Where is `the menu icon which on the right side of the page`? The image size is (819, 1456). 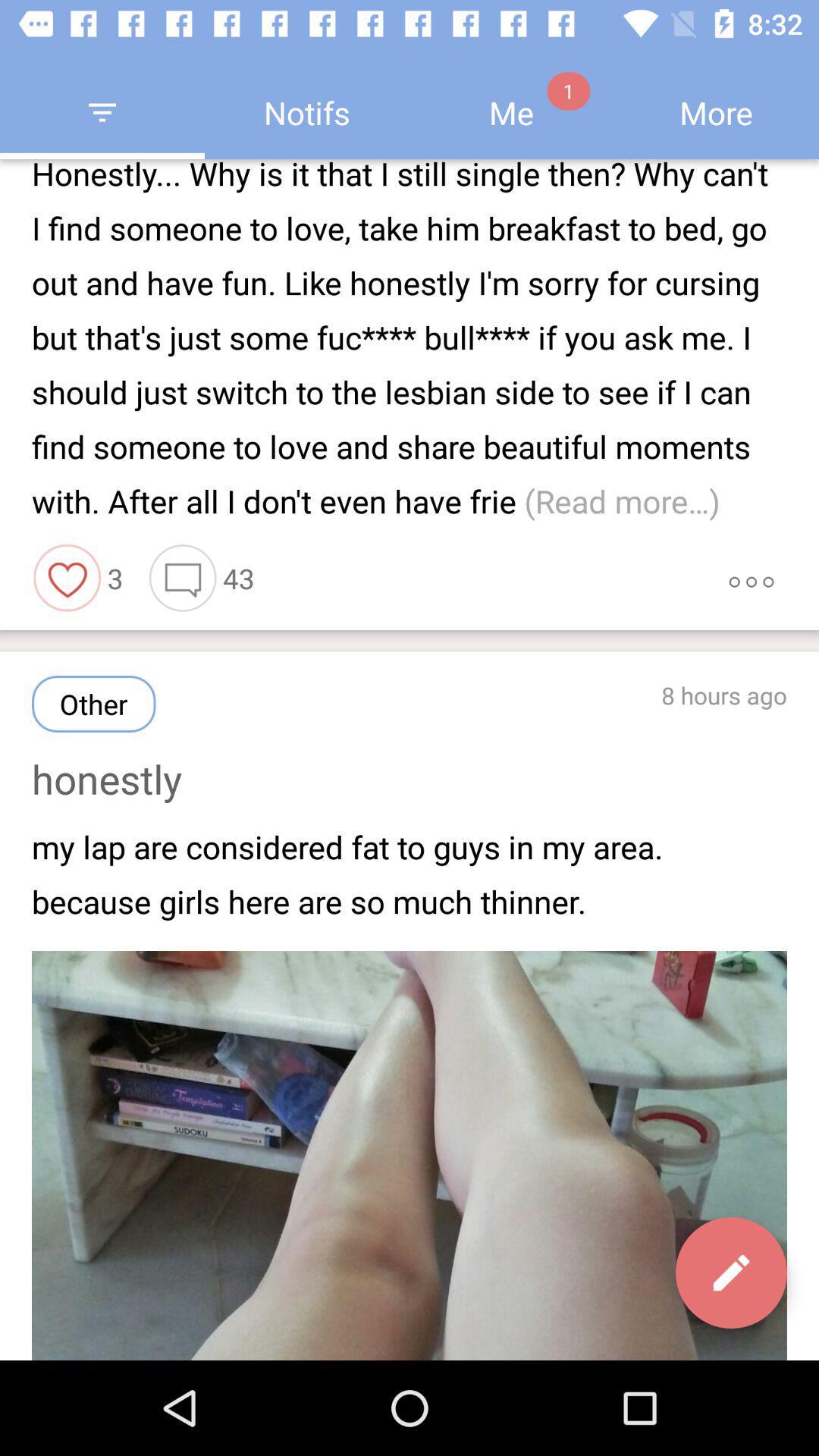 the menu icon which on the right side of the page is located at coordinates (752, 578).